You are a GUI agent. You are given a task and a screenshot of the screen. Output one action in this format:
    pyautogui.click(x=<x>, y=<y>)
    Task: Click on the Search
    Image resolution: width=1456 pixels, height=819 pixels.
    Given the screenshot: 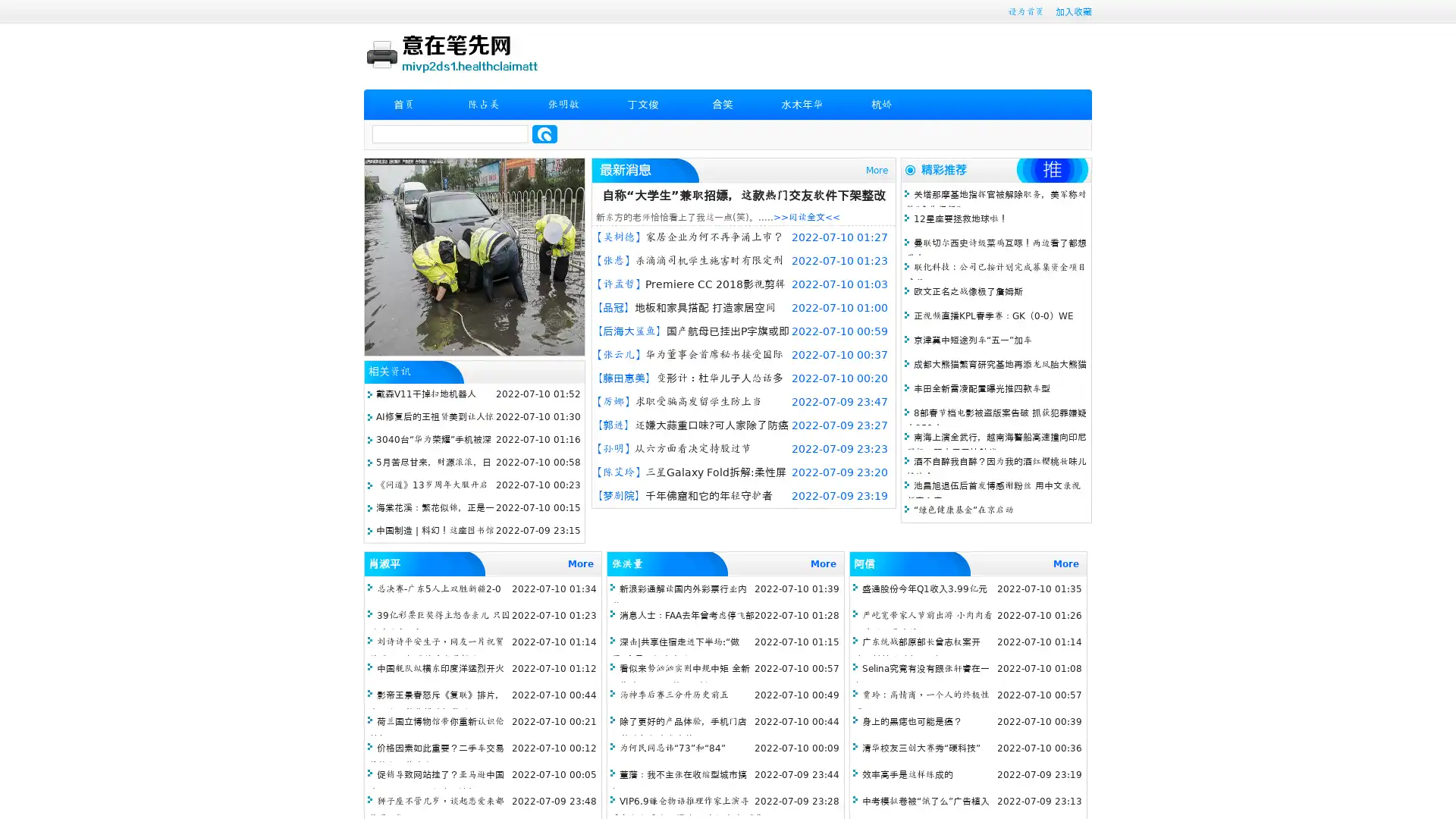 What is the action you would take?
    pyautogui.click(x=544, y=133)
    